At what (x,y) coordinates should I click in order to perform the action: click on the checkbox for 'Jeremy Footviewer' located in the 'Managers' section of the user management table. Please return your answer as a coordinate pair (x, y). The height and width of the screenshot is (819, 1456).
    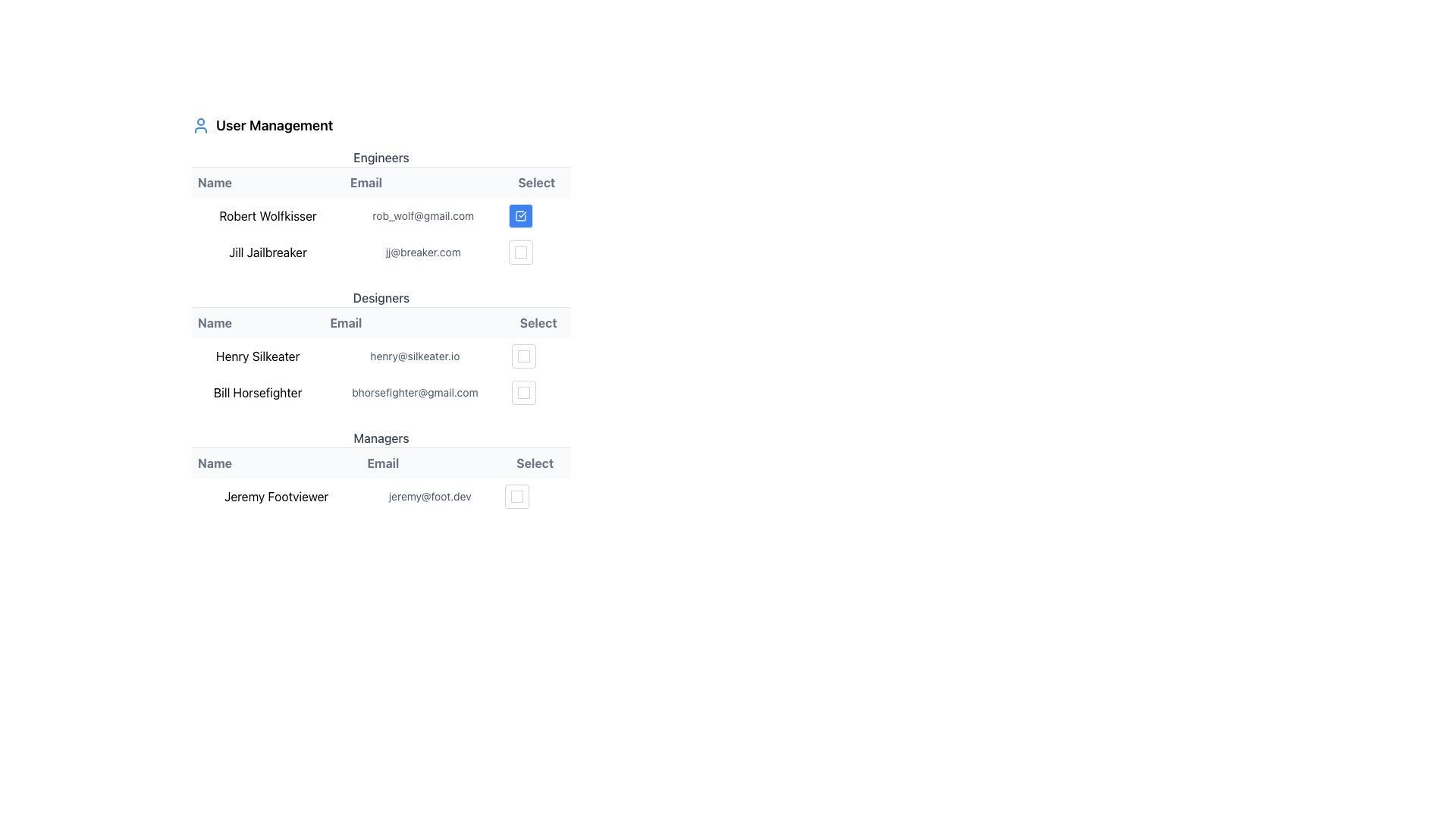
    Looking at the image, I should click on (517, 497).